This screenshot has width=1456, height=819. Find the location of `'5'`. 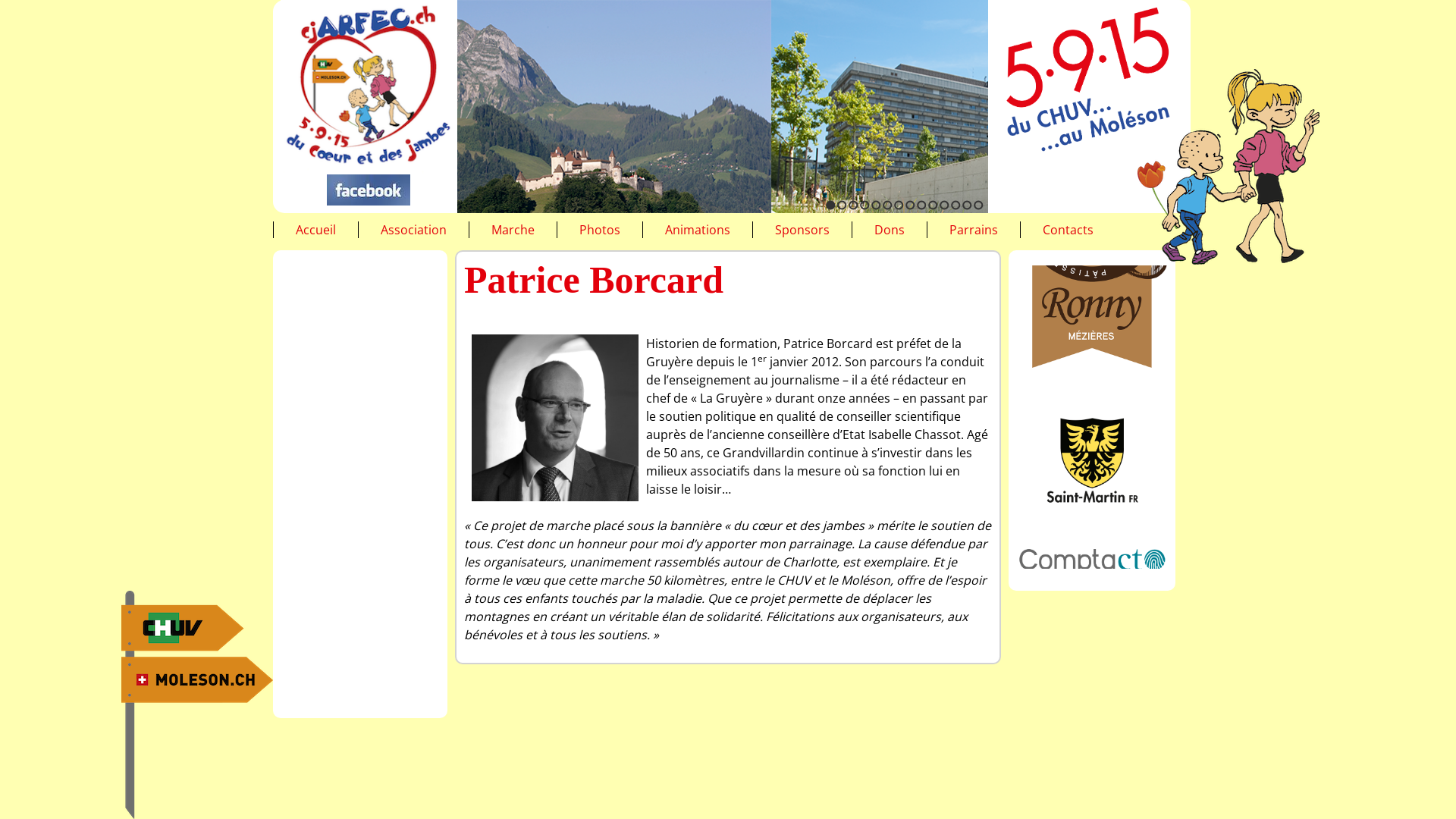

'5' is located at coordinates (876, 205).